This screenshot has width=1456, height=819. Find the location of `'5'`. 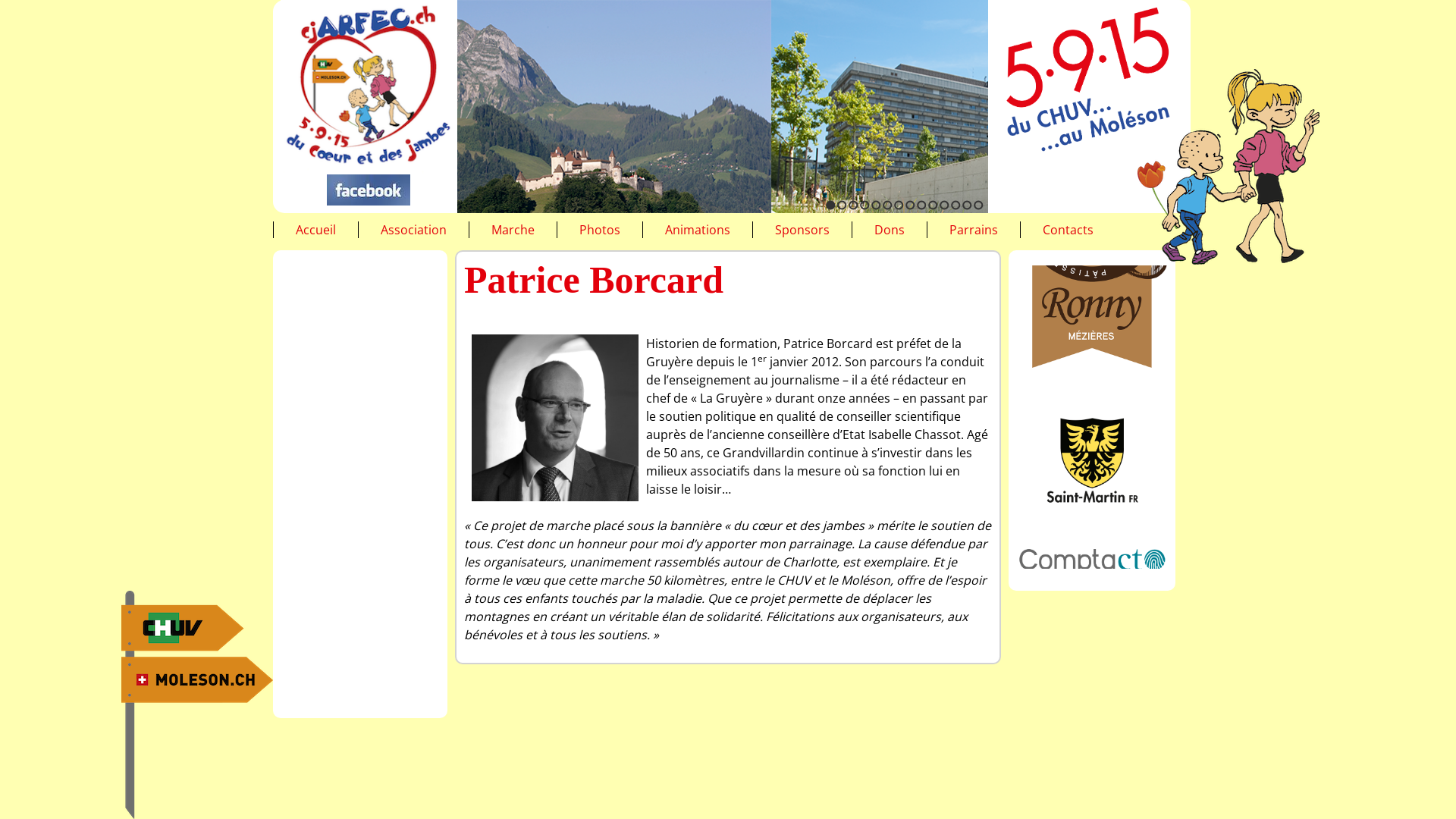

'5' is located at coordinates (876, 205).